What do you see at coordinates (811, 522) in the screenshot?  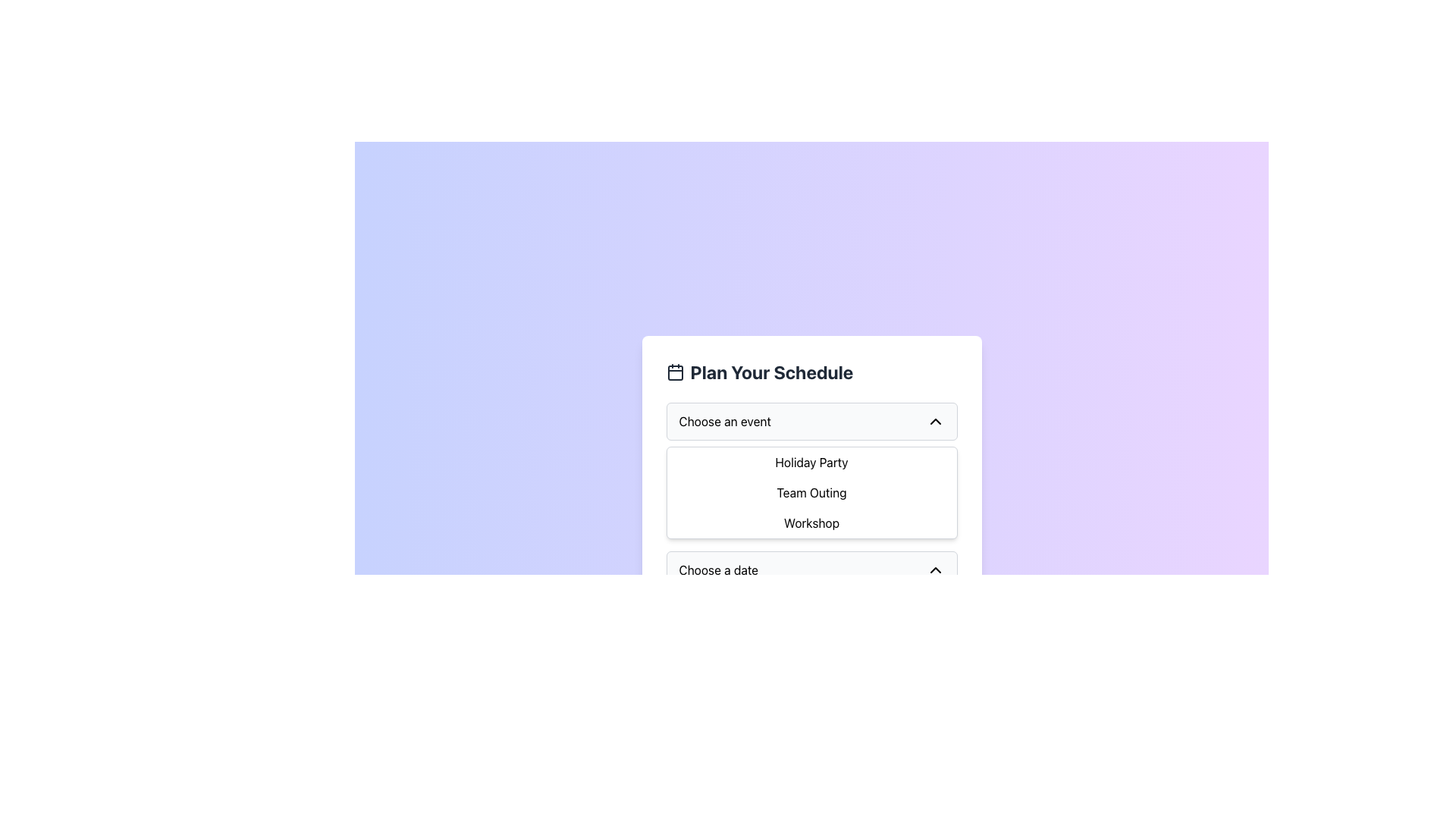 I see `the 'Workshop' option in the dropdown menu to trigger any hover effects` at bounding box center [811, 522].